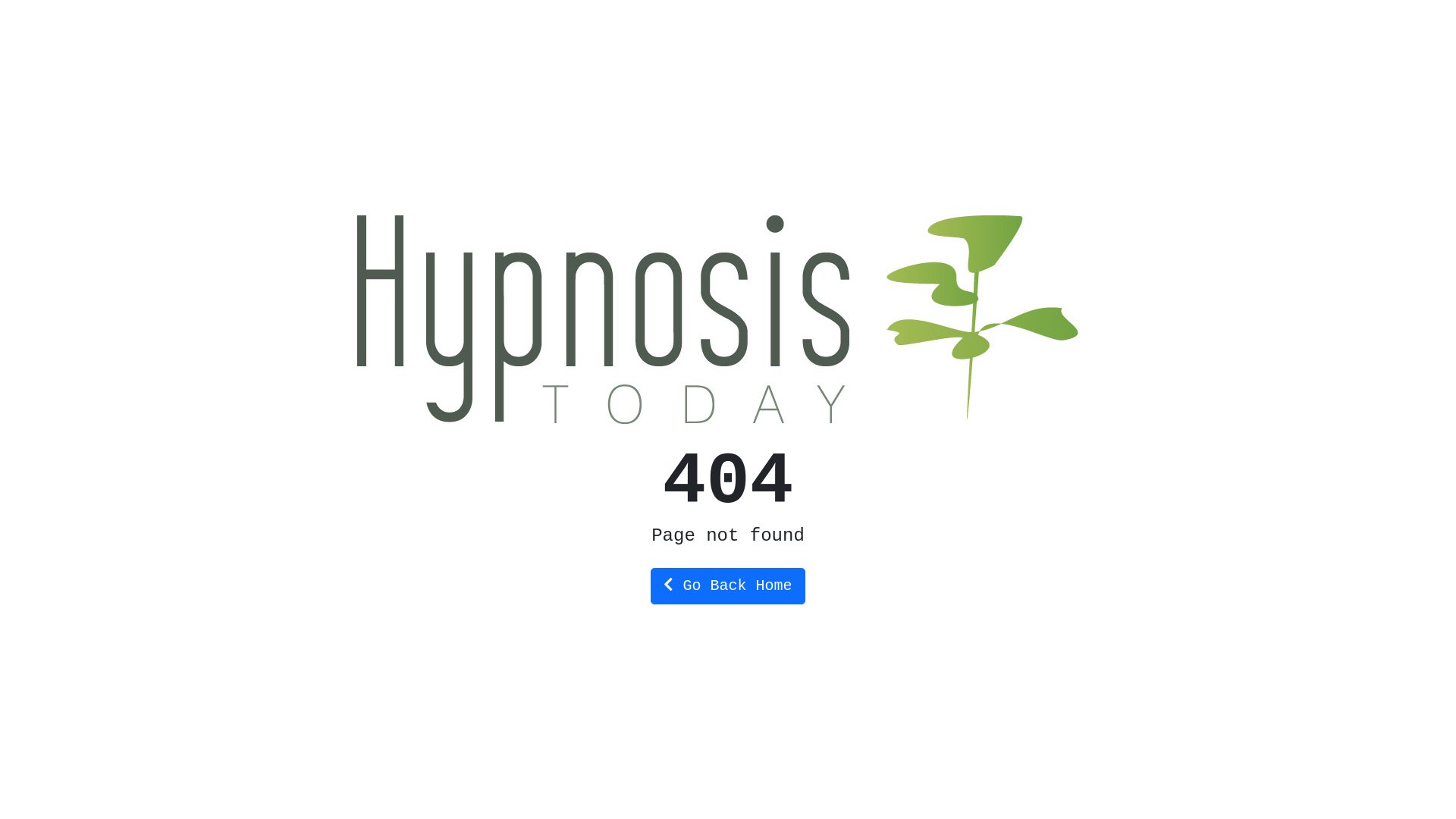  Describe the element at coordinates (726, 584) in the screenshot. I see `'Go Back Home'` at that location.